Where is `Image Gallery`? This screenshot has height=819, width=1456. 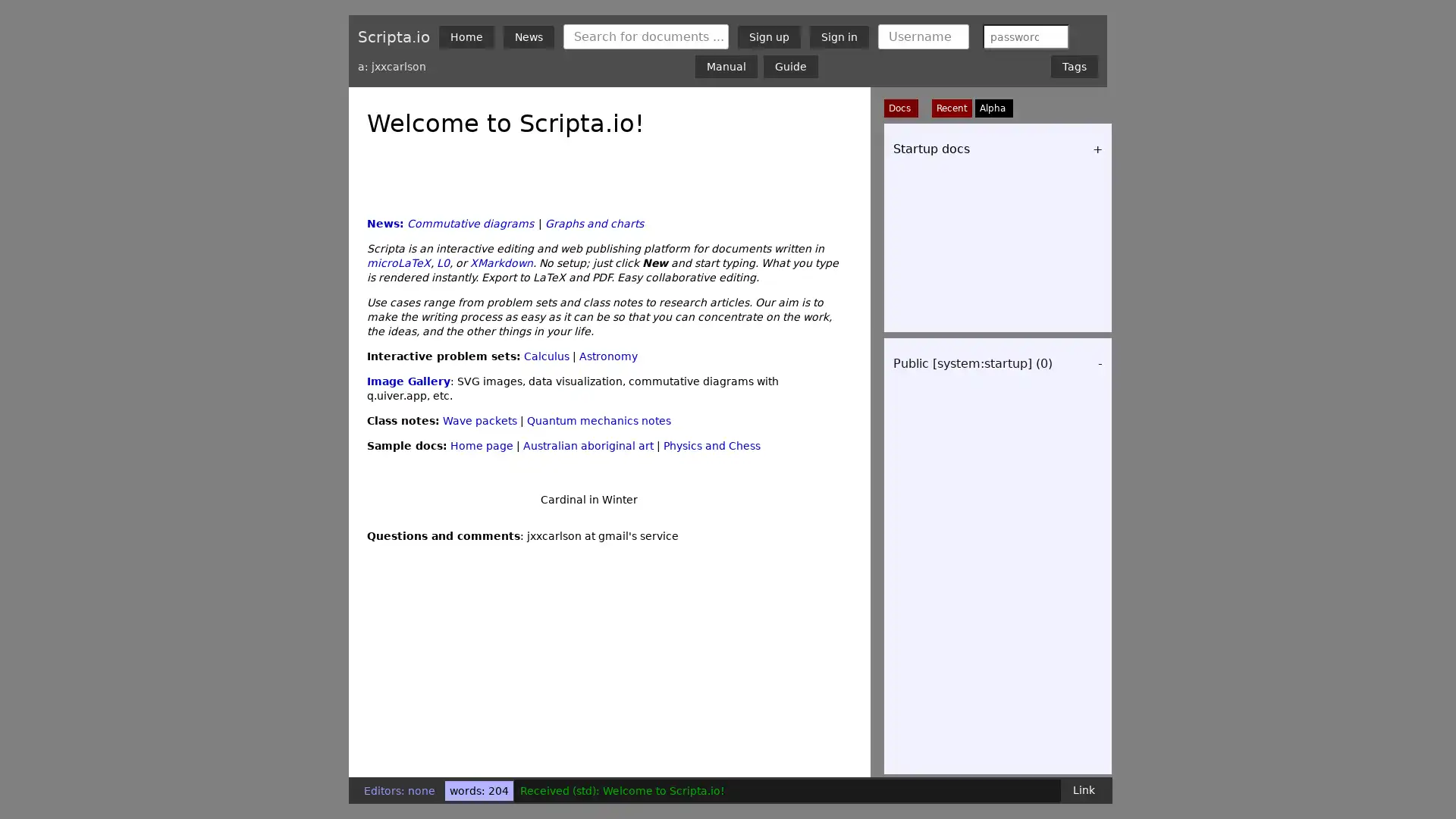
Image Gallery is located at coordinates (408, 499).